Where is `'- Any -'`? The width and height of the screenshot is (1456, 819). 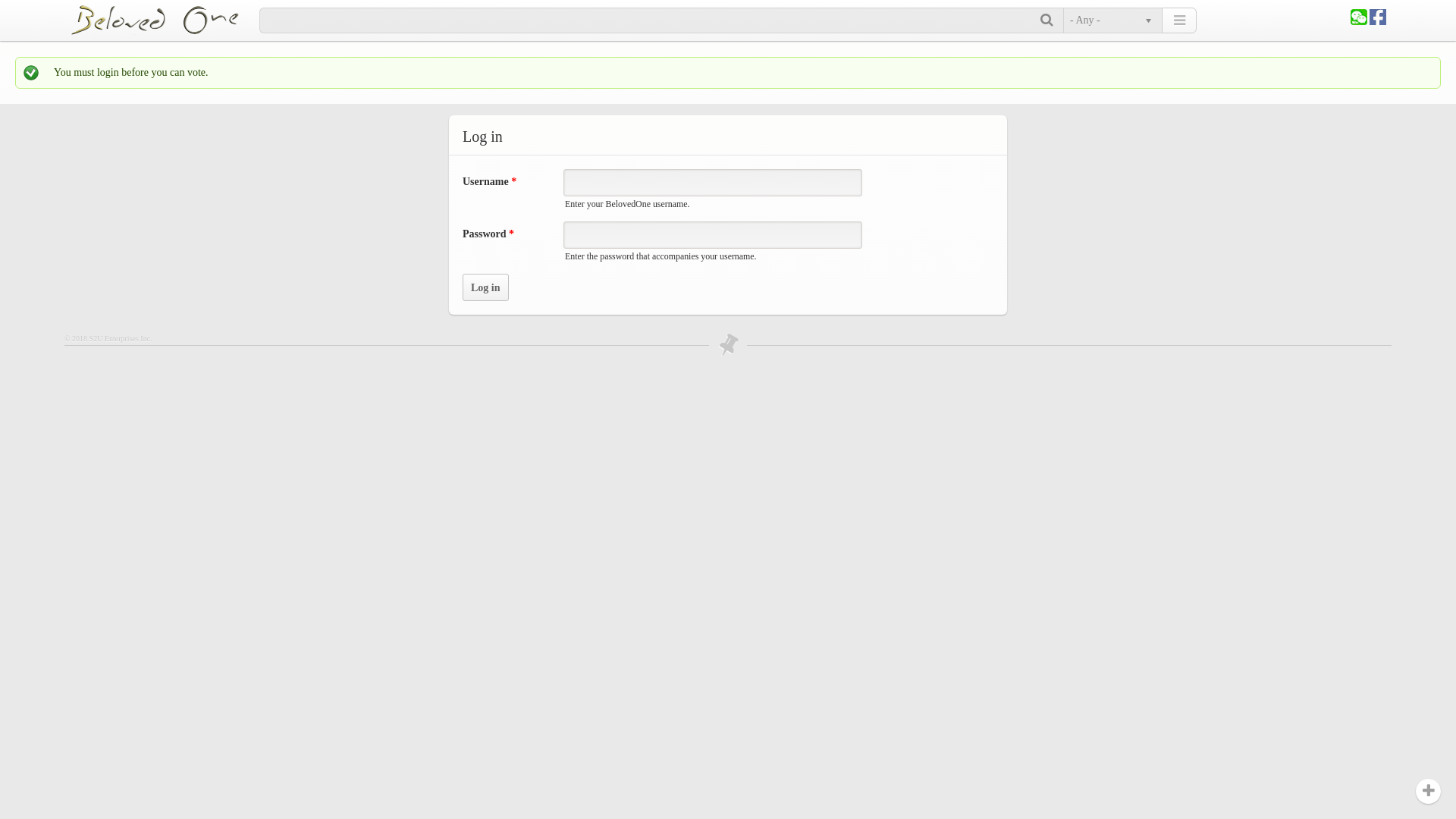
'- Any -' is located at coordinates (1110, 20).